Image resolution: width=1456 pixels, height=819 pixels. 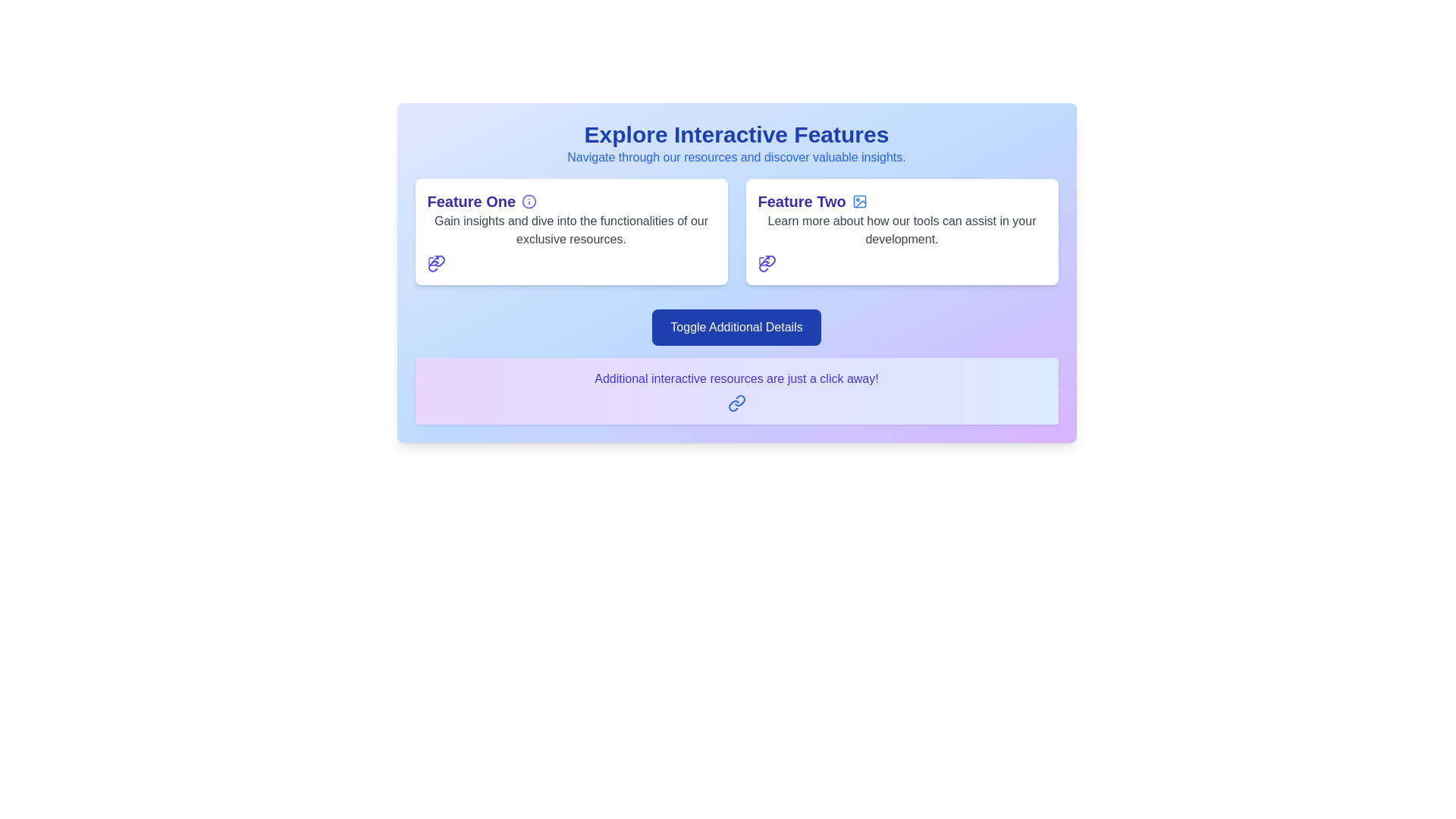 What do you see at coordinates (570, 231) in the screenshot?
I see `the text block displaying 'Gain insights and dive into the functionalities of our exclusive resources.' which is centrally aligned within the first card under the title 'Feature One.'` at bounding box center [570, 231].